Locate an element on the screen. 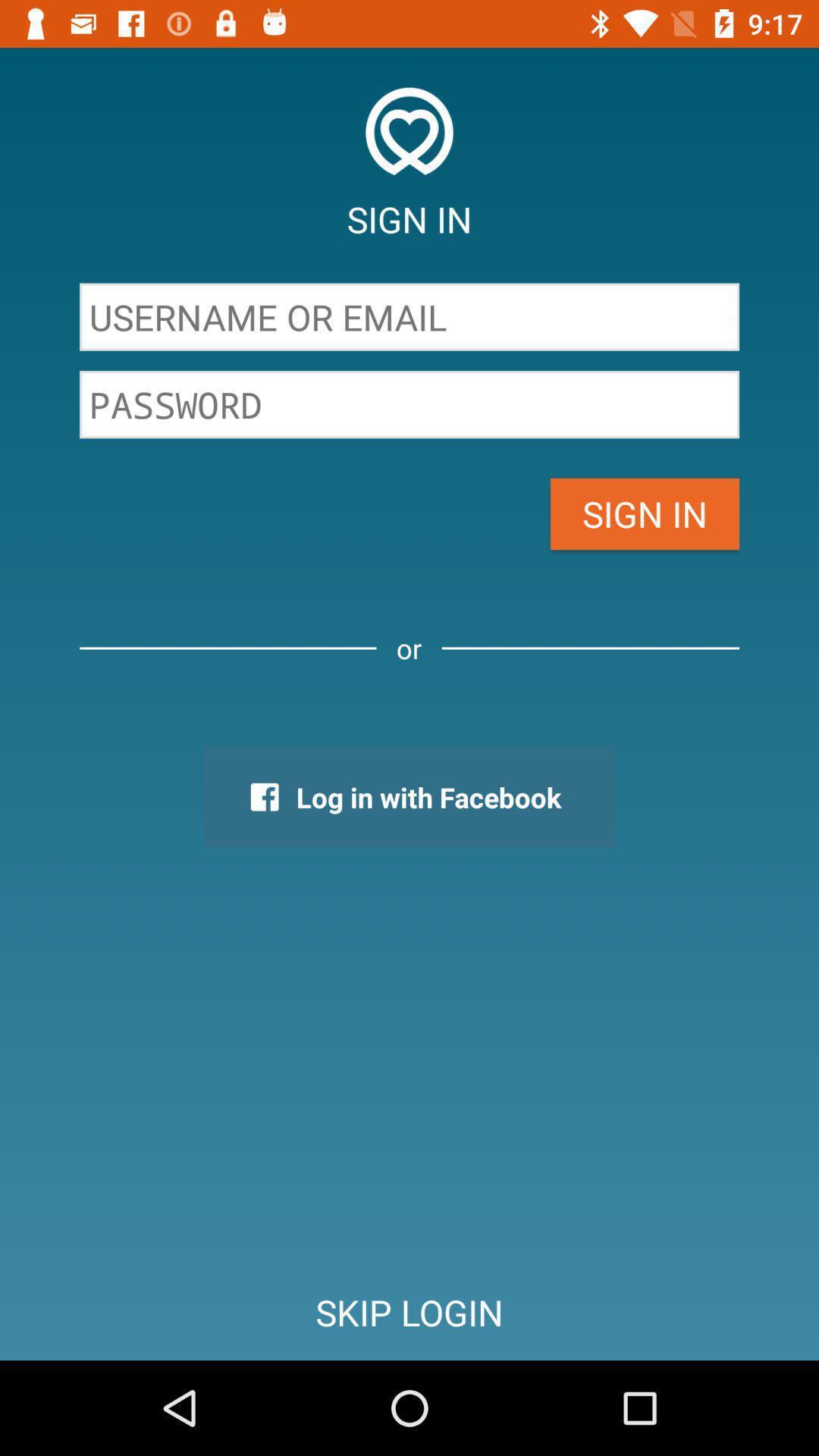 The image size is (819, 1456). icon below the log in with item is located at coordinates (409, 1312).